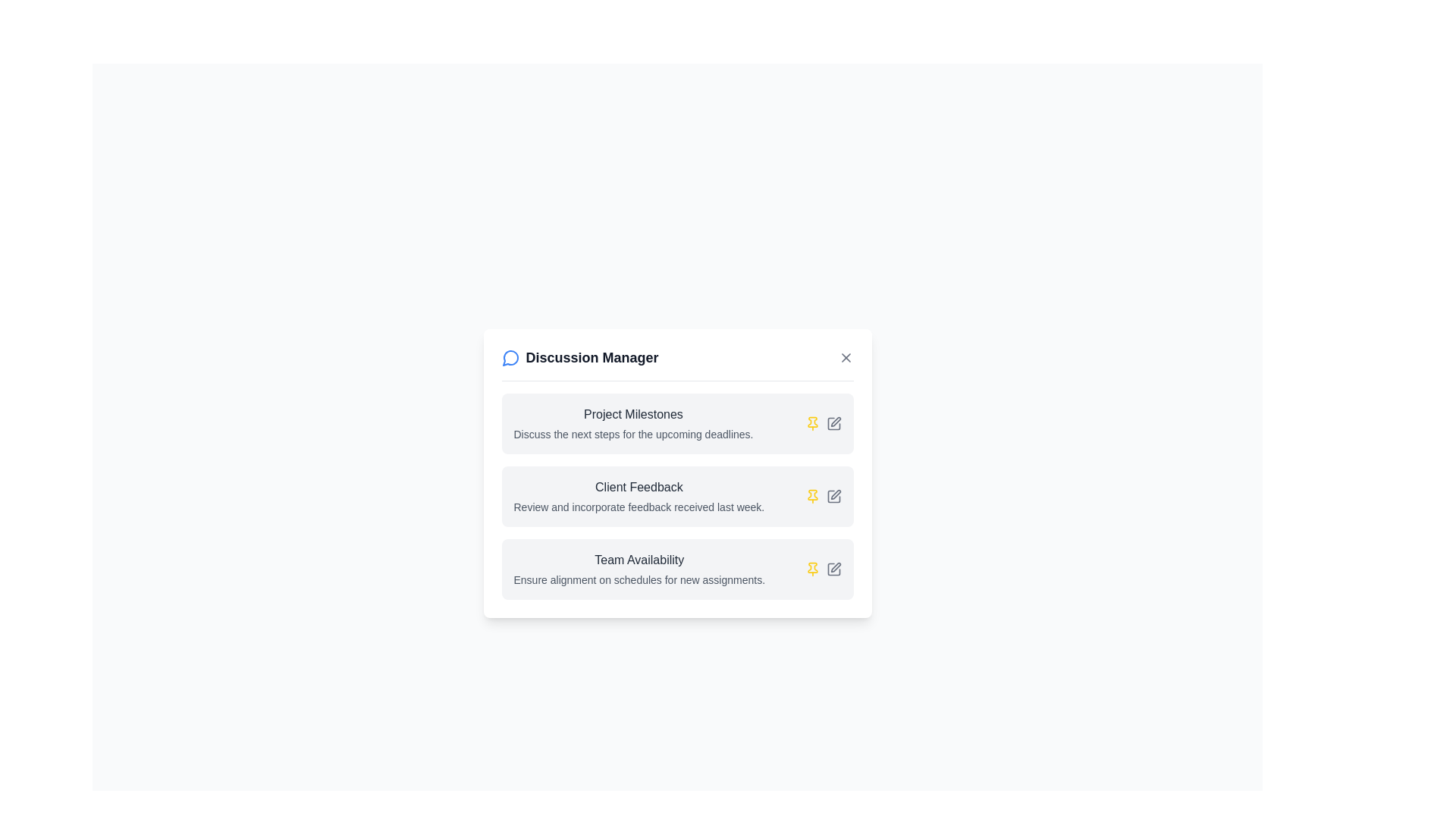 This screenshot has height=819, width=1456. What do you see at coordinates (633, 434) in the screenshot?
I see `the text element that says 'Discuss the next steps for the upcoming deadlines.' located beneath the 'Project Milestones' title in the 'Discussion Manager' interface` at bounding box center [633, 434].